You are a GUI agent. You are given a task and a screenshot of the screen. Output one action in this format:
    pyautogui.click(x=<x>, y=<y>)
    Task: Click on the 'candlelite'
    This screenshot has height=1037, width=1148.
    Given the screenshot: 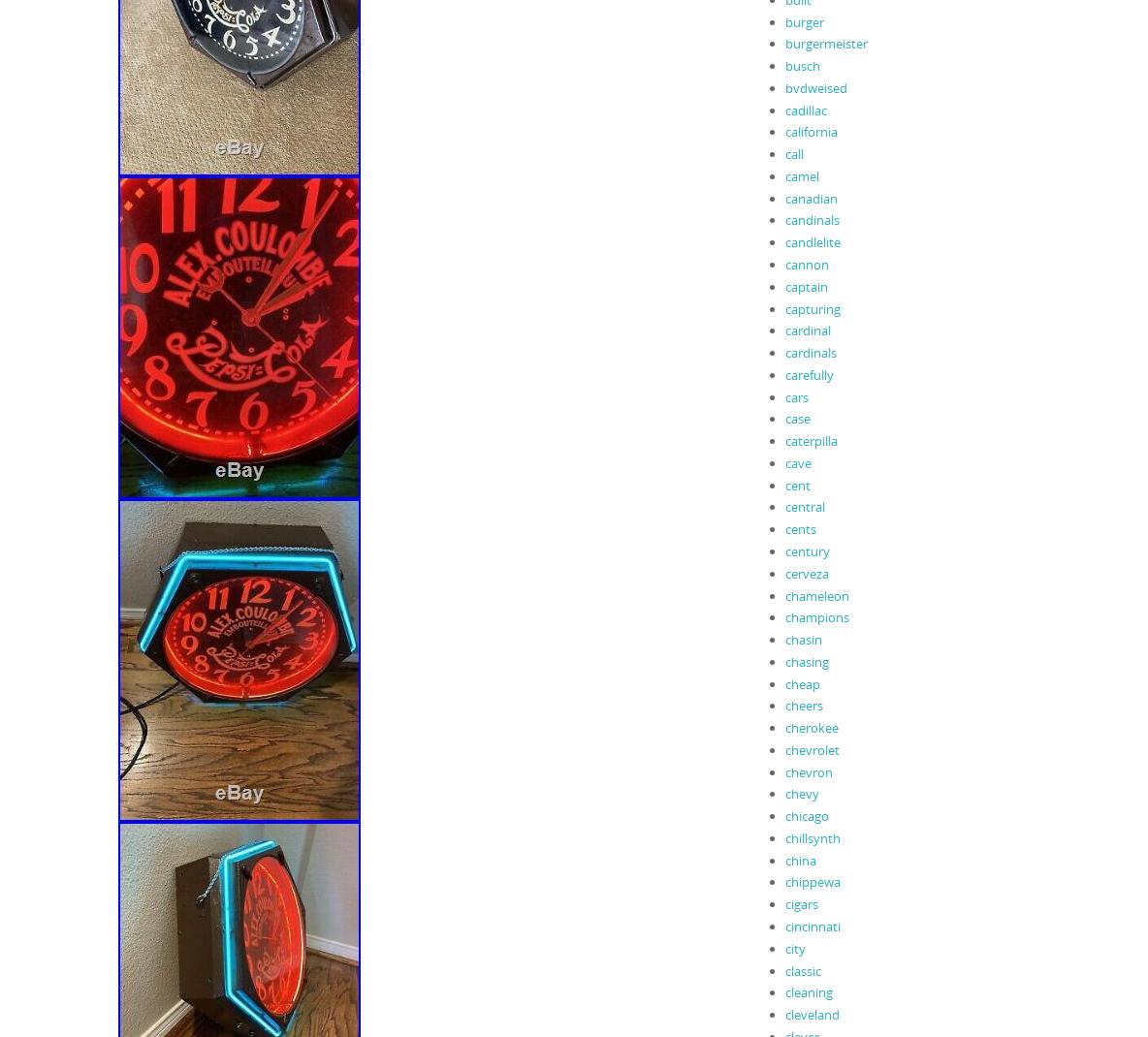 What is the action you would take?
    pyautogui.click(x=783, y=240)
    